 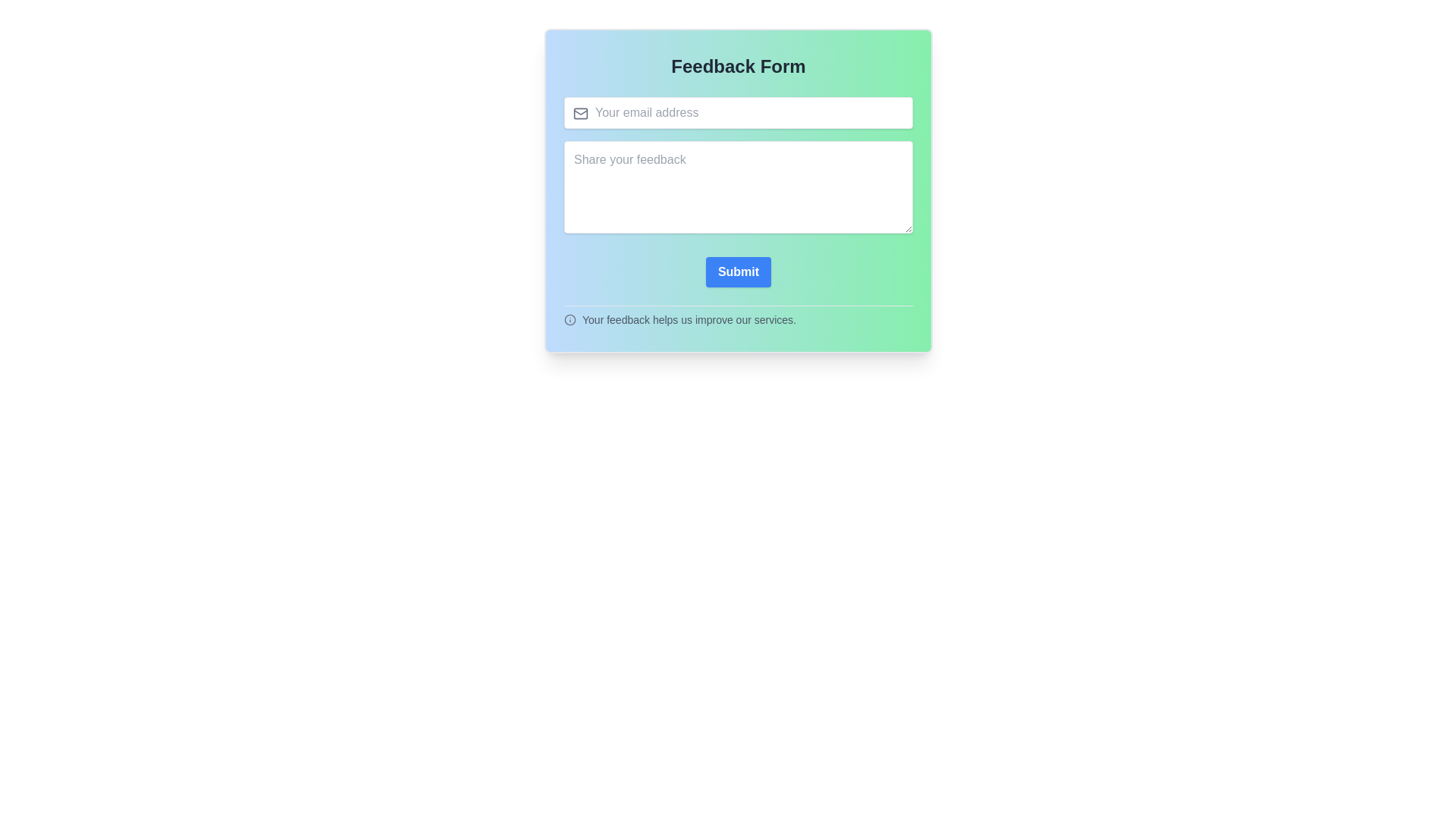 I want to click on the multiline text input field located in the bottom half of the form, below the email input field, by pressing the tab key, so click(x=739, y=186).